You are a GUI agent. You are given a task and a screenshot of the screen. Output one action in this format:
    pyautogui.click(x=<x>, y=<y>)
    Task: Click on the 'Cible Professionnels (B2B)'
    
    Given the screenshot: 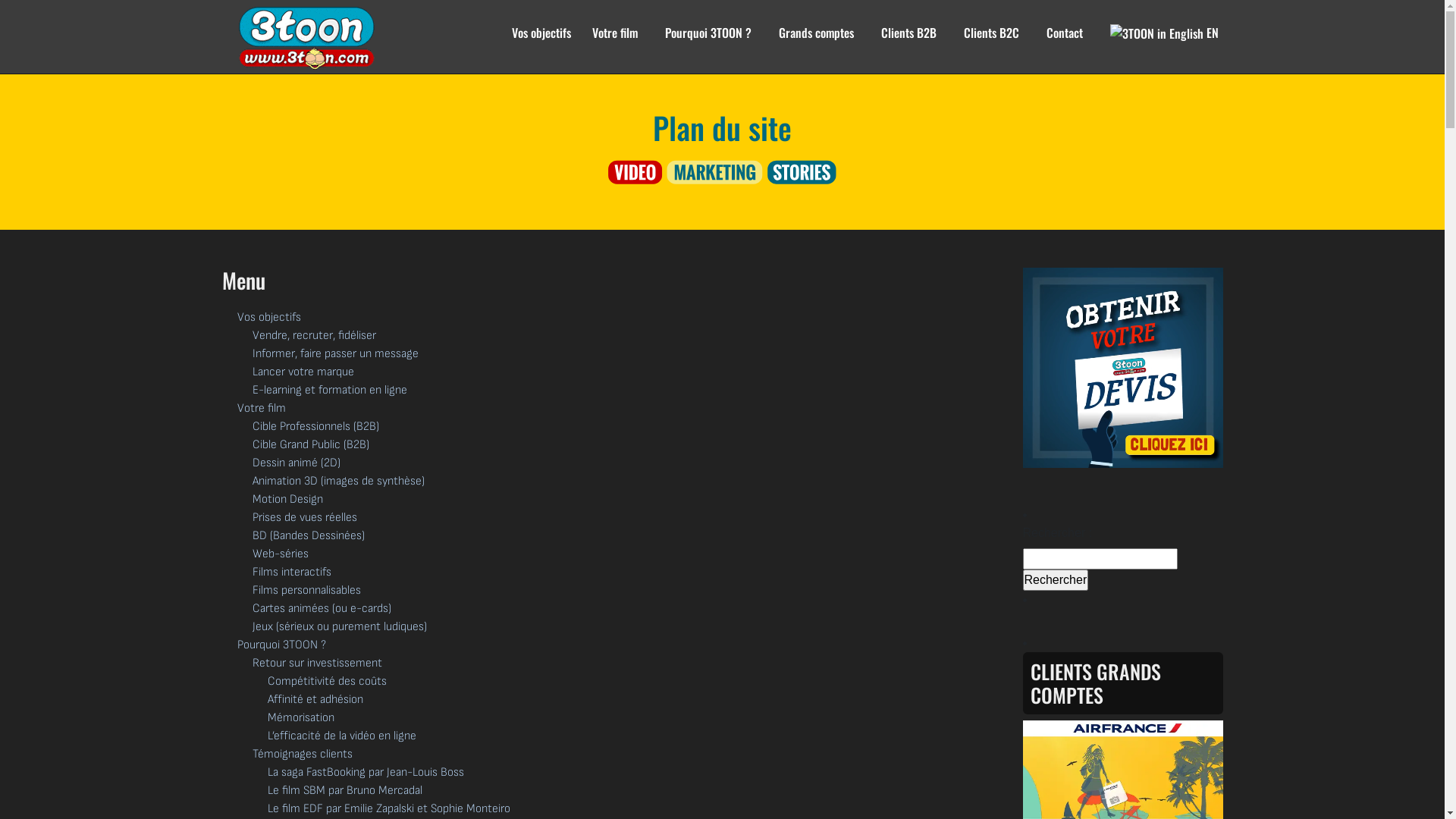 What is the action you would take?
    pyautogui.click(x=314, y=426)
    